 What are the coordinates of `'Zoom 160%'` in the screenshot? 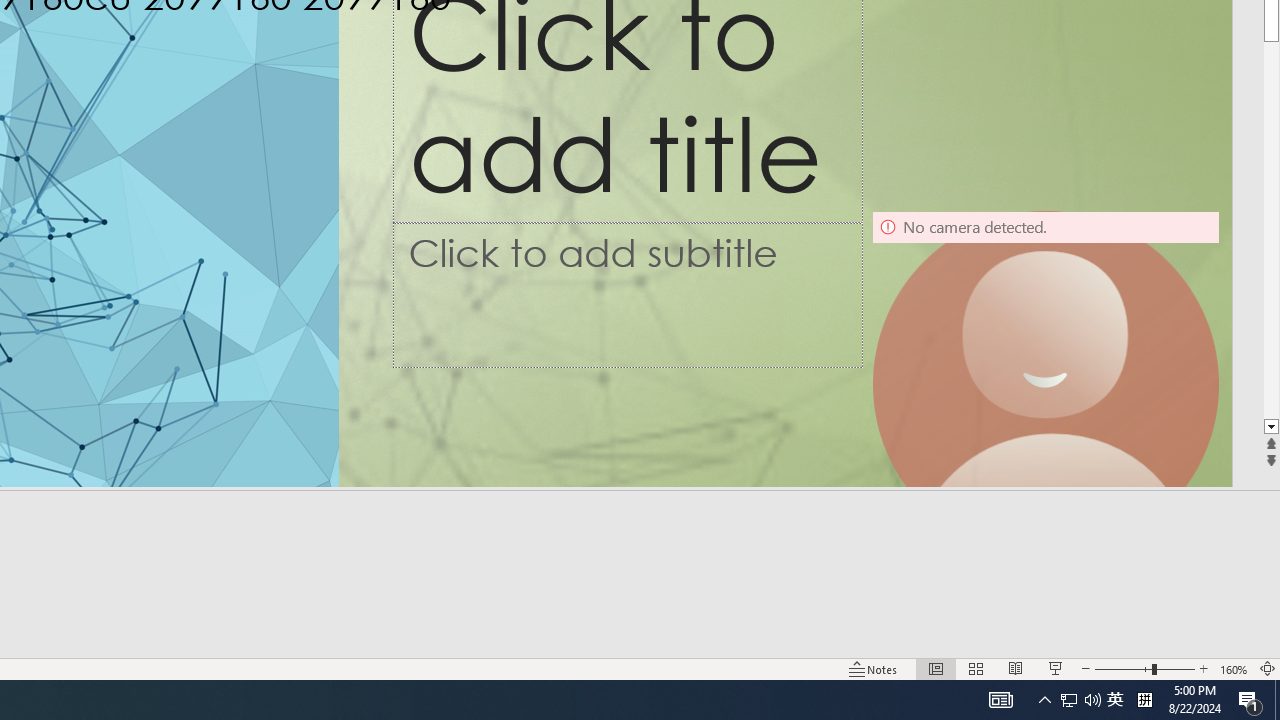 It's located at (1233, 669).